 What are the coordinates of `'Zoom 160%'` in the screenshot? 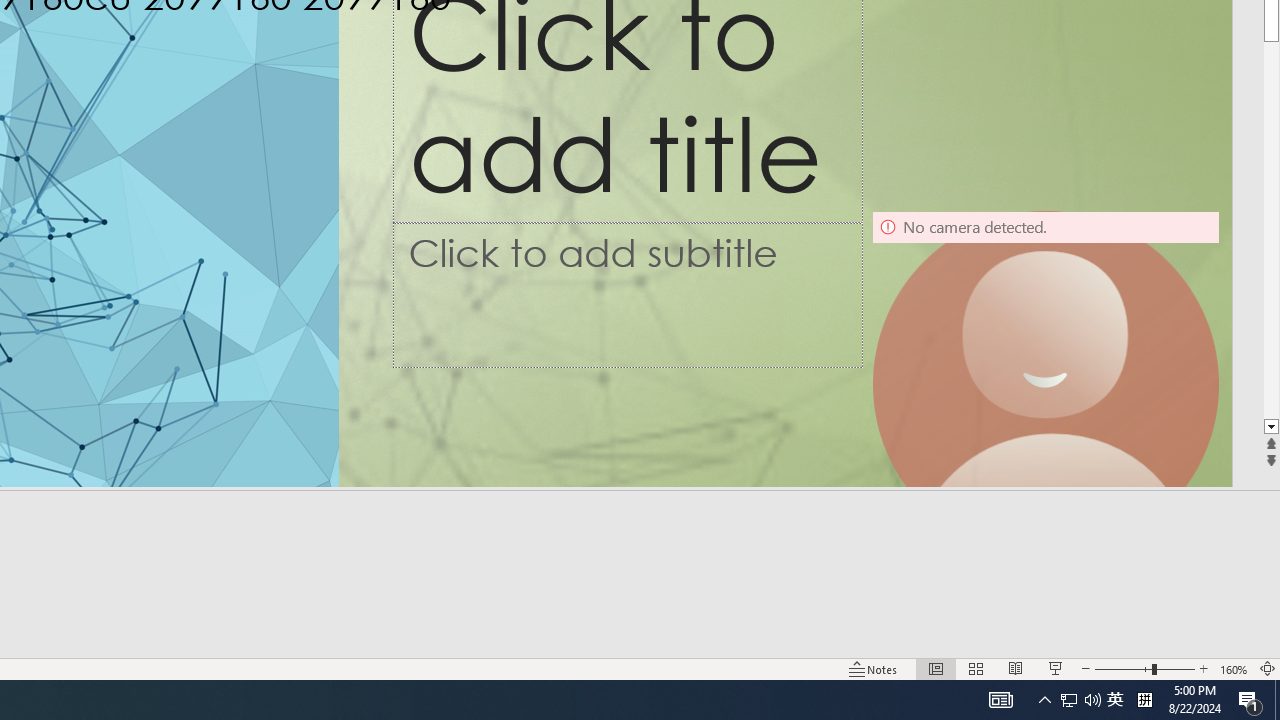 It's located at (1233, 669).